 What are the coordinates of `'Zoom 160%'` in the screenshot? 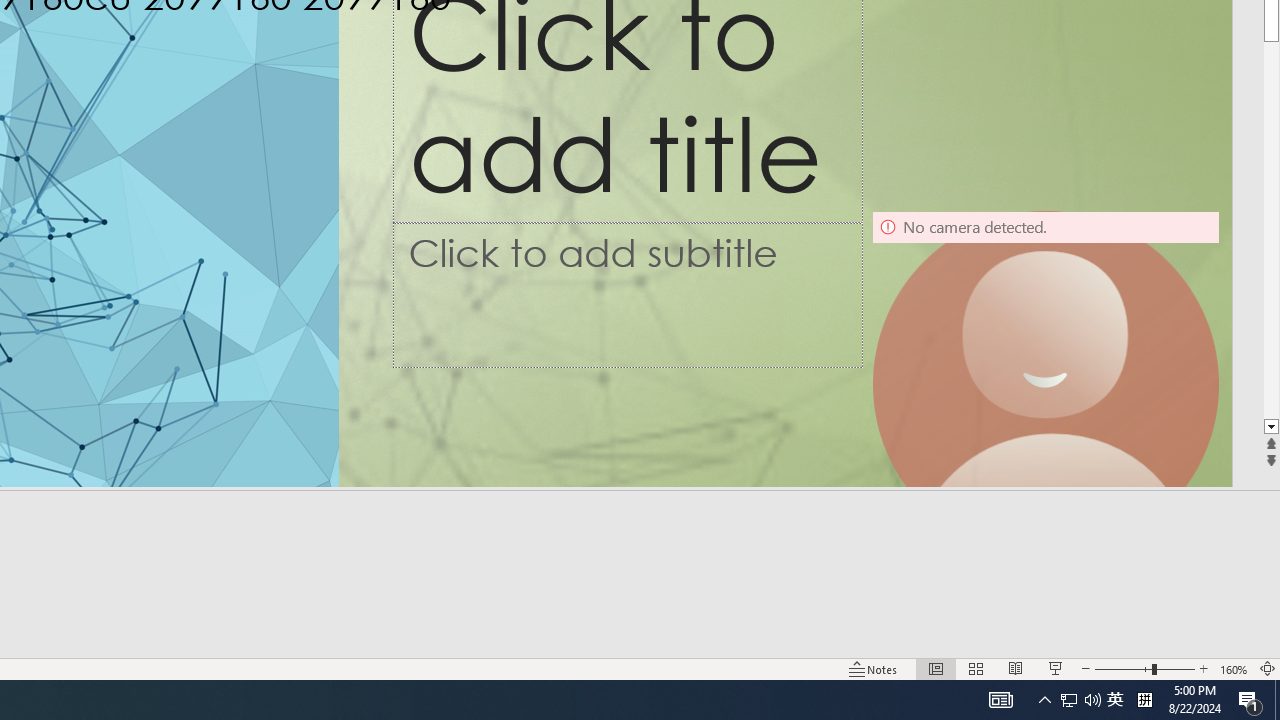 It's located at (1233, 669).